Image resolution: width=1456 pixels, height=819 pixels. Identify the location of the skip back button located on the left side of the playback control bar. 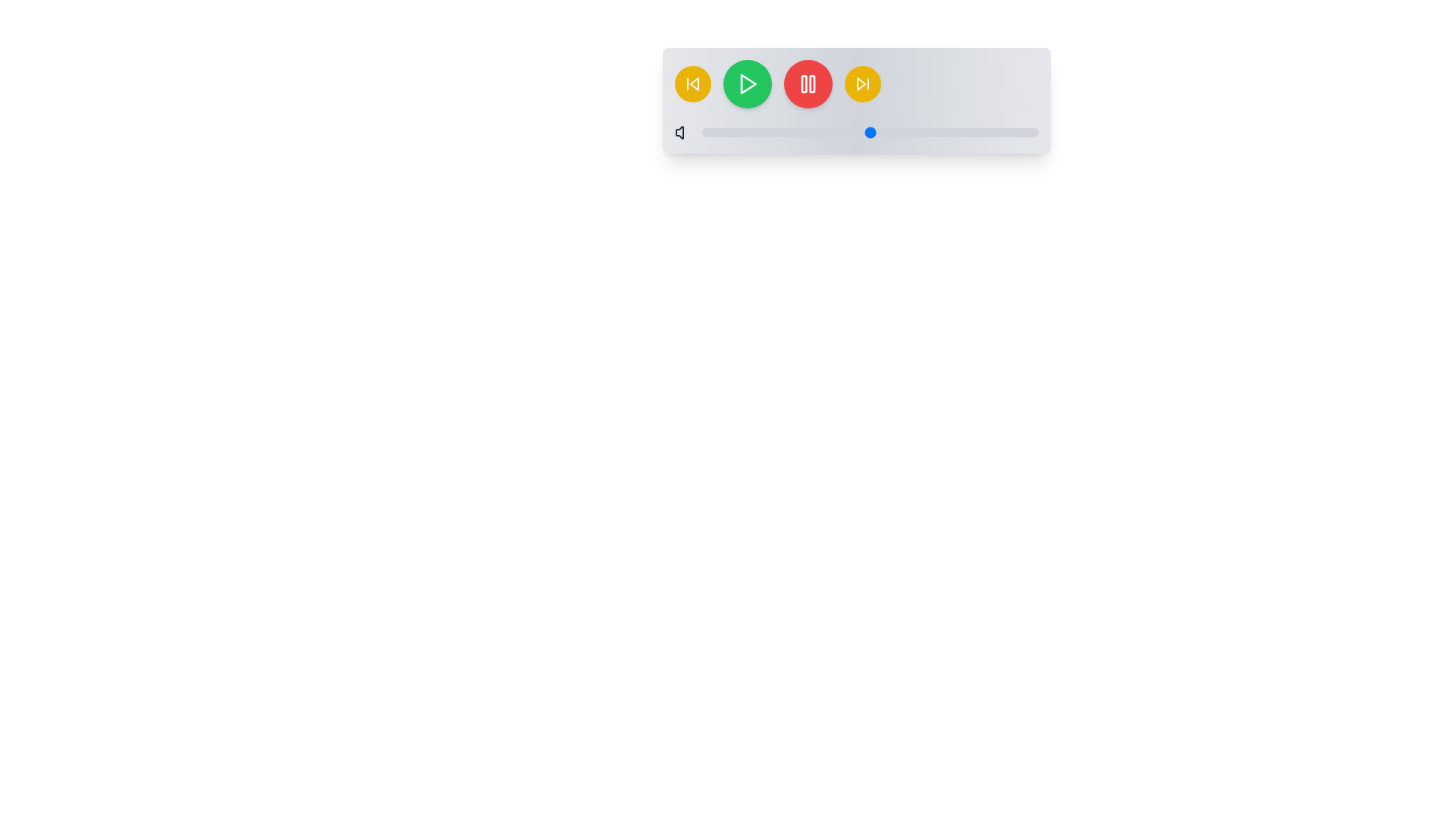
(692, 84).